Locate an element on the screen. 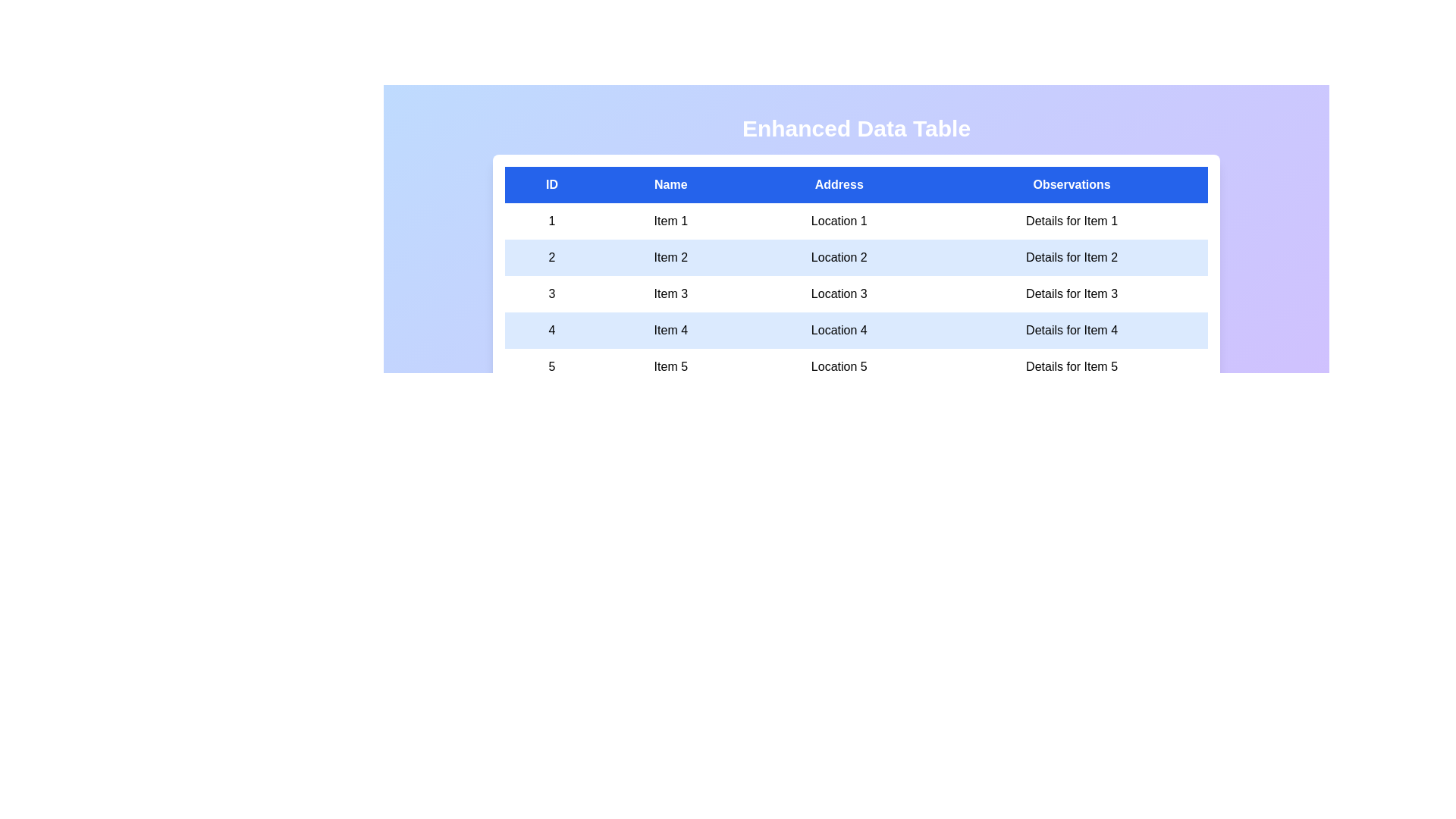  the header labeled ID to sort the table by that column is located at coordinates (551, 184).